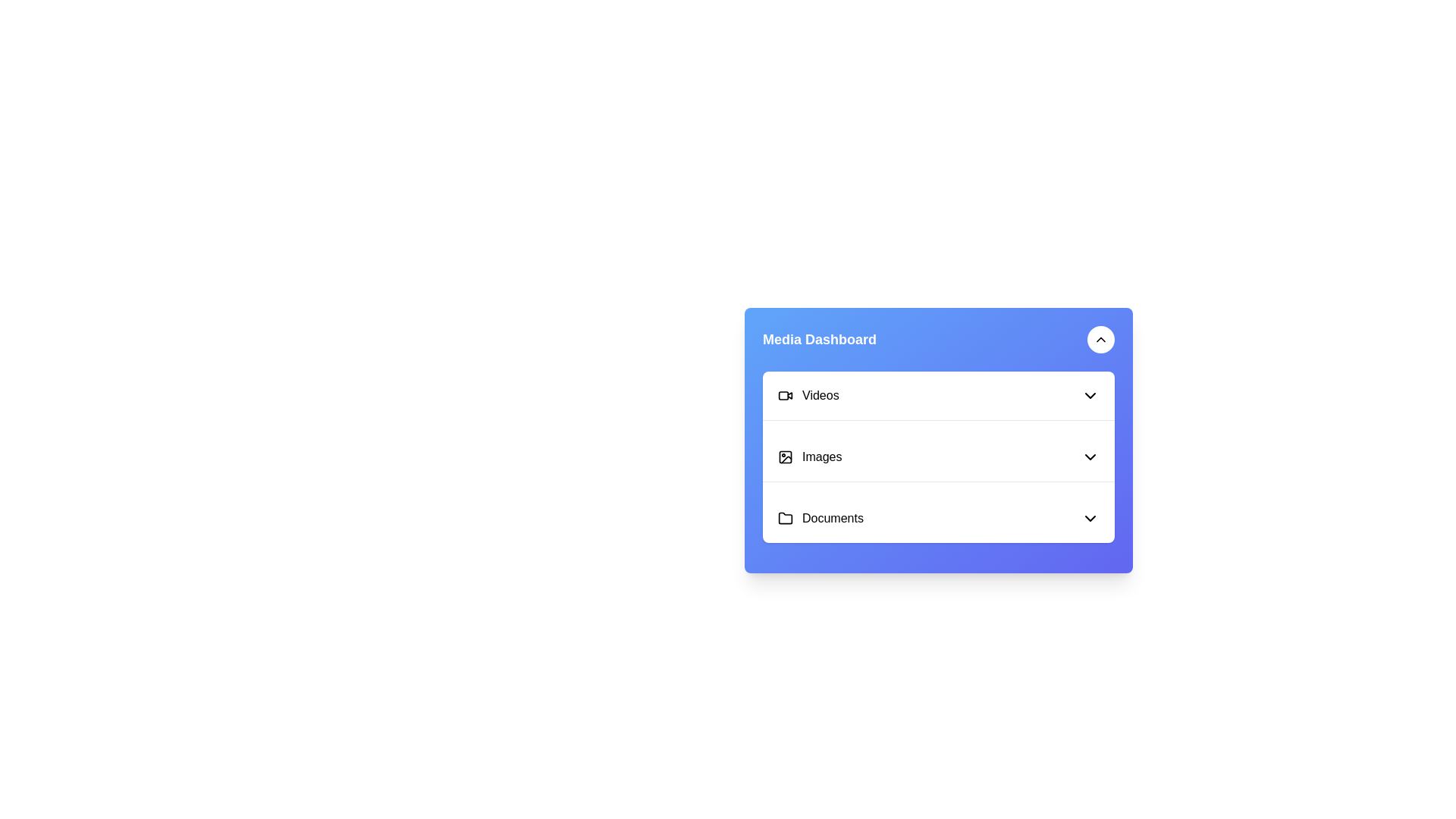  What do you see at coordinates (809, 456) in the screenshot?
I see `the second item in the vertical list of the 'Media Dashboard' card` at bounding box center [809, 456].